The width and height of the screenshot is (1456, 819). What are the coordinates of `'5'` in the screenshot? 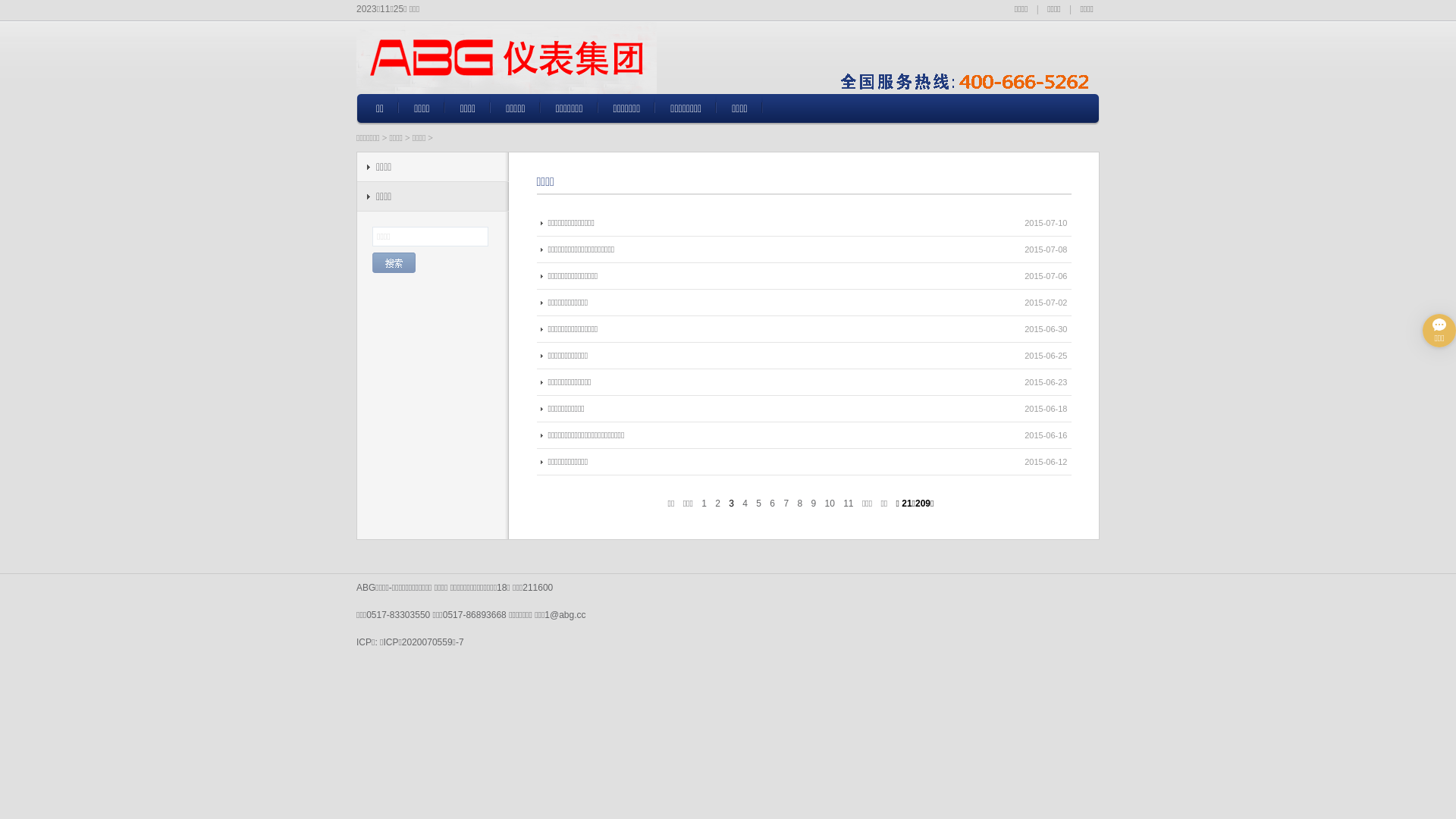 It's located at (758, 503).